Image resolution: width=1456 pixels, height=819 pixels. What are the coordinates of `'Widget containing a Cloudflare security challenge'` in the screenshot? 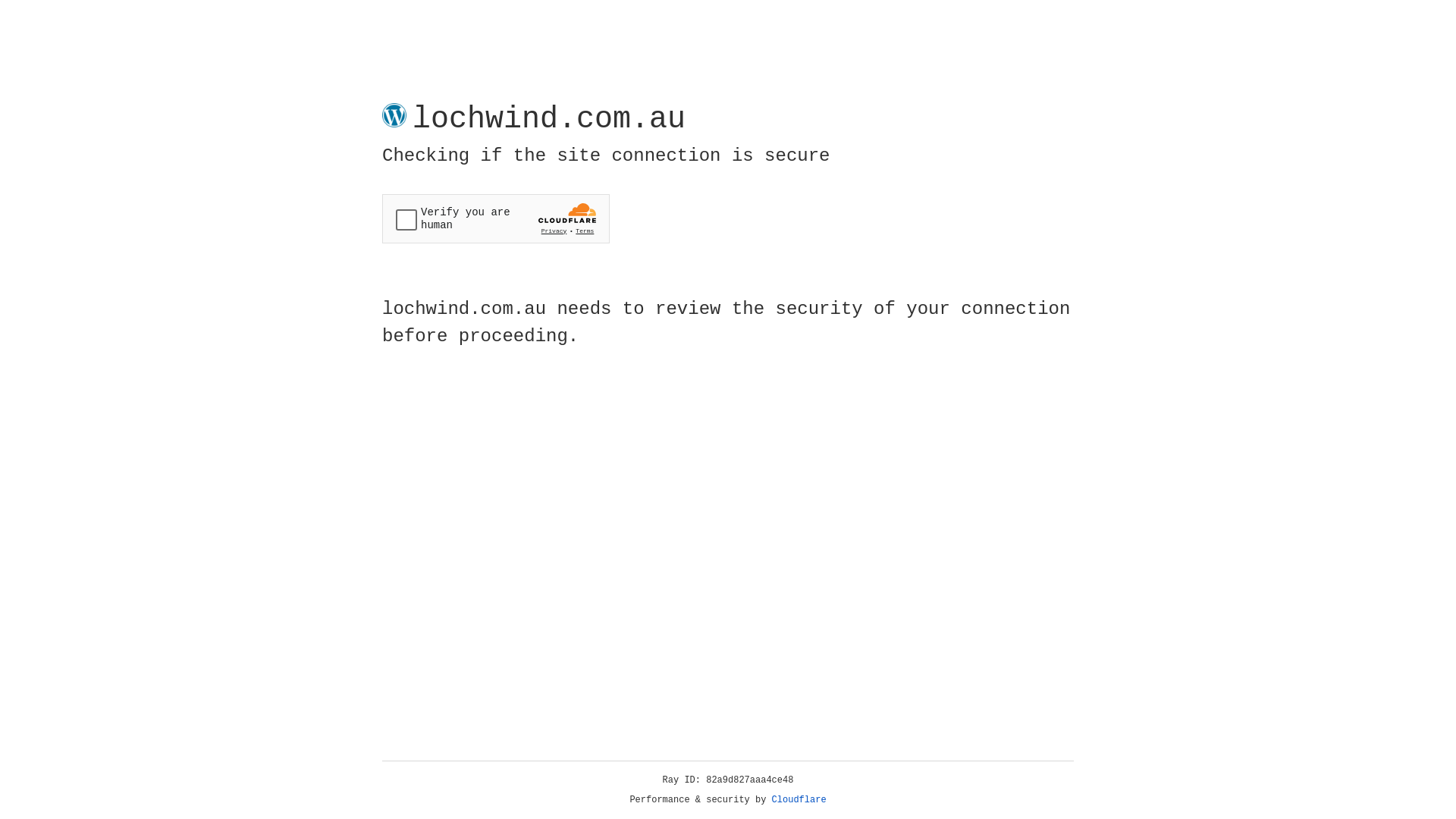 It's located at (495, 218).